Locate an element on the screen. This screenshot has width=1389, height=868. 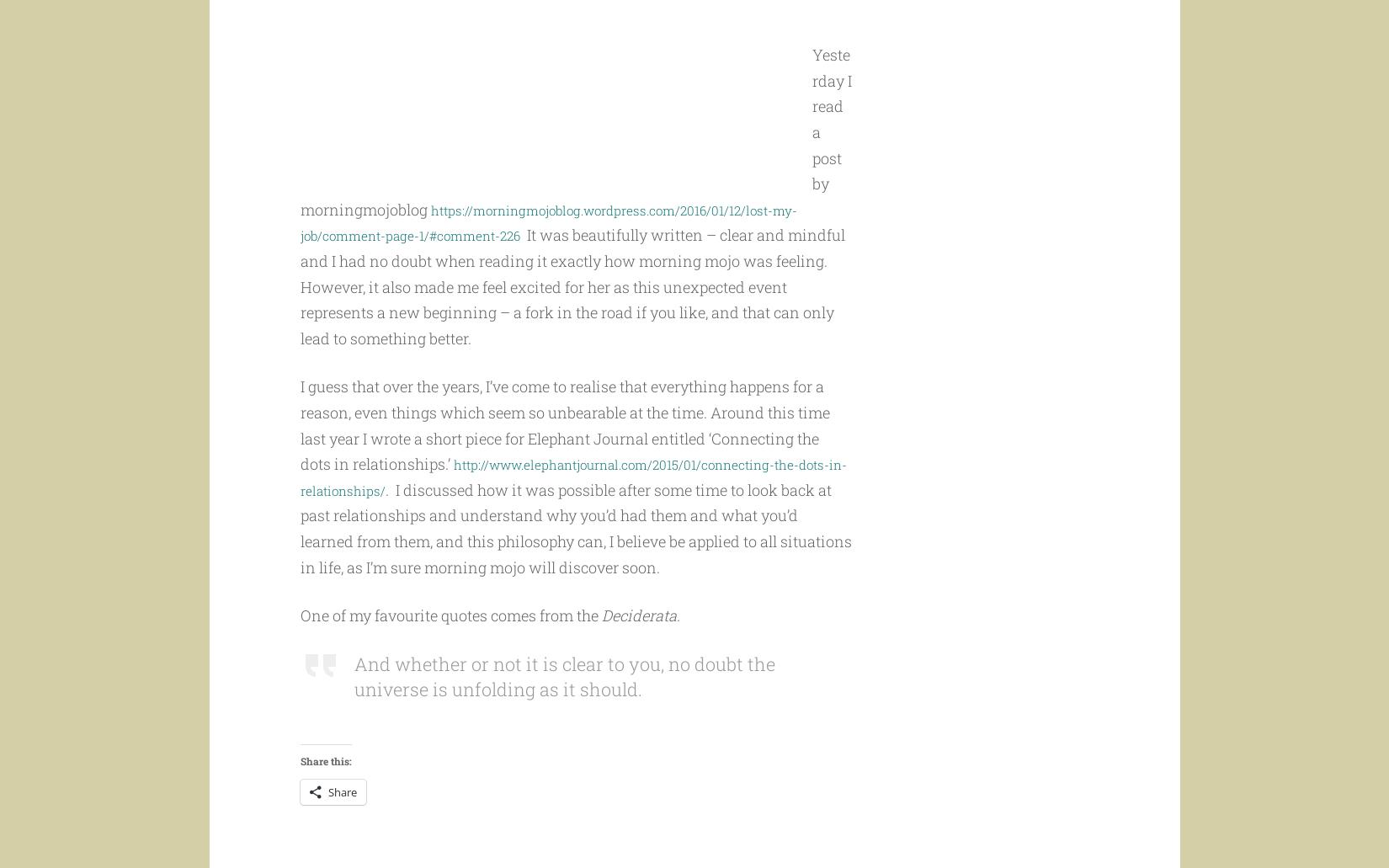
'Deciderata.' is located at coordinates (639, 647).